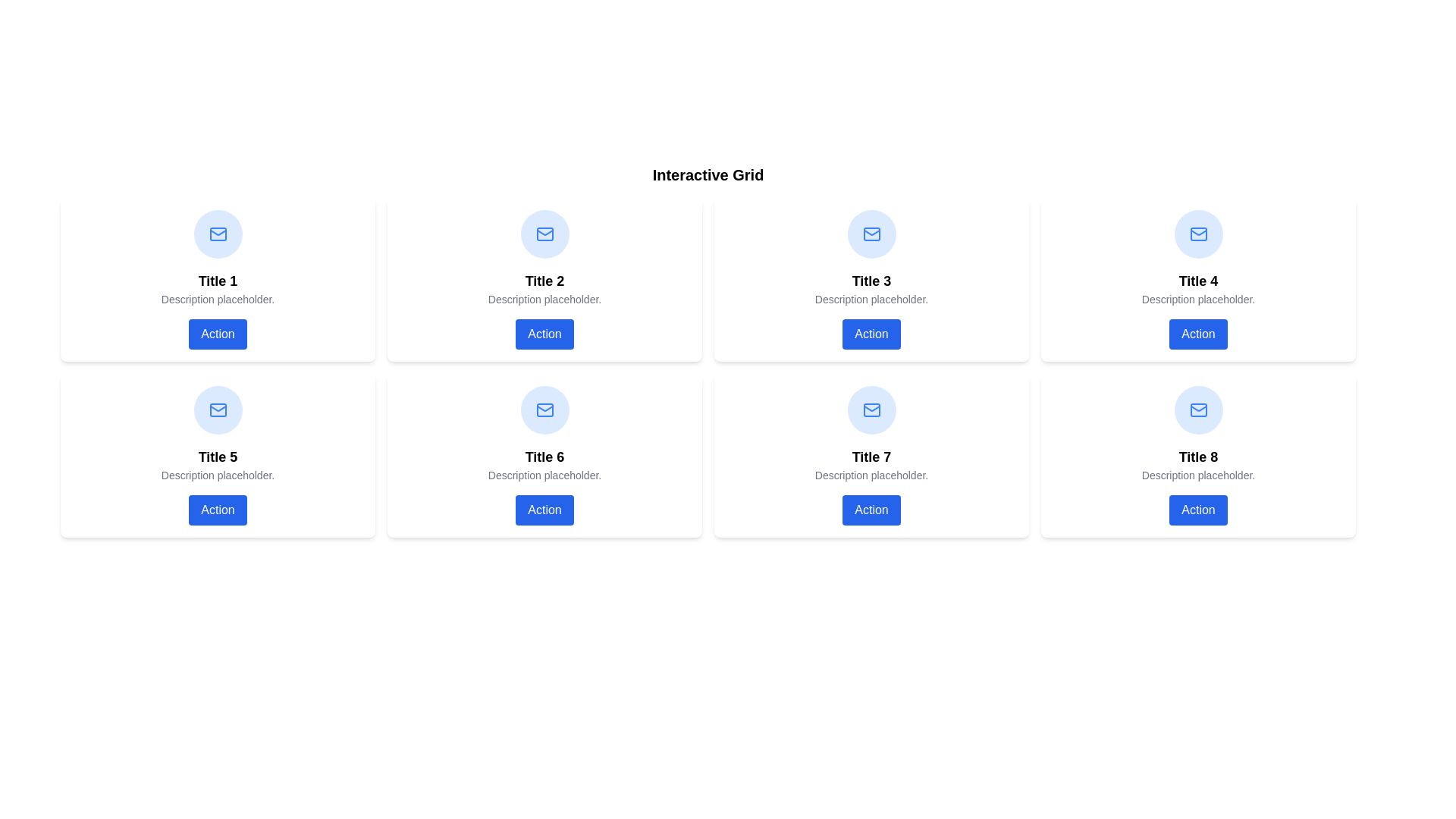  What do you see at coordinates (217, 234) in the screenshot?
I see `the mail indicator icon located in the top-left of the grid, directly above the text 'Title 1'` at bounding box center [217, 234].